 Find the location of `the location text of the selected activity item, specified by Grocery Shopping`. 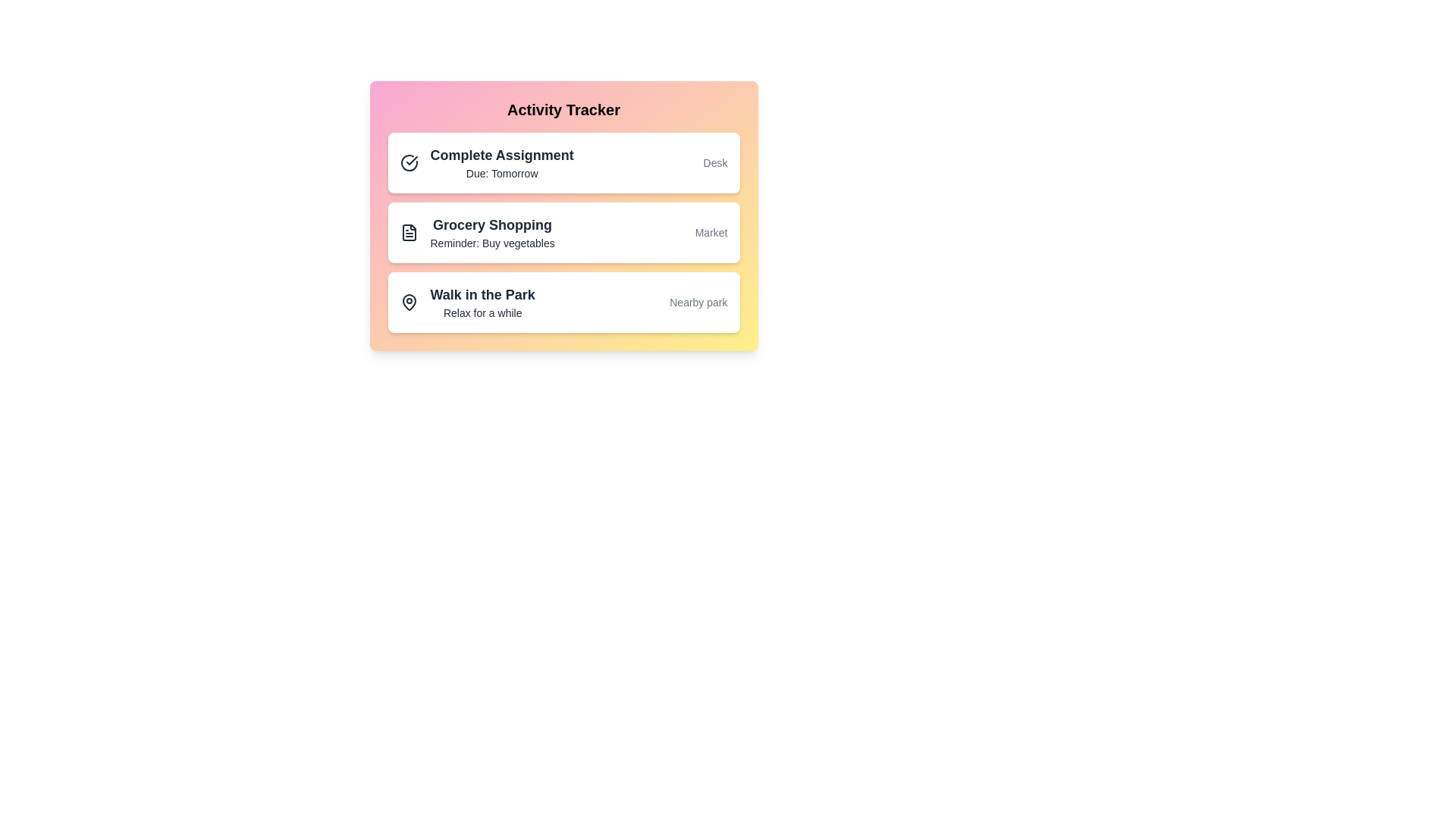

the location text of the selected activity item, specified by Grocery Shopping is located at coordinates (711, 233).